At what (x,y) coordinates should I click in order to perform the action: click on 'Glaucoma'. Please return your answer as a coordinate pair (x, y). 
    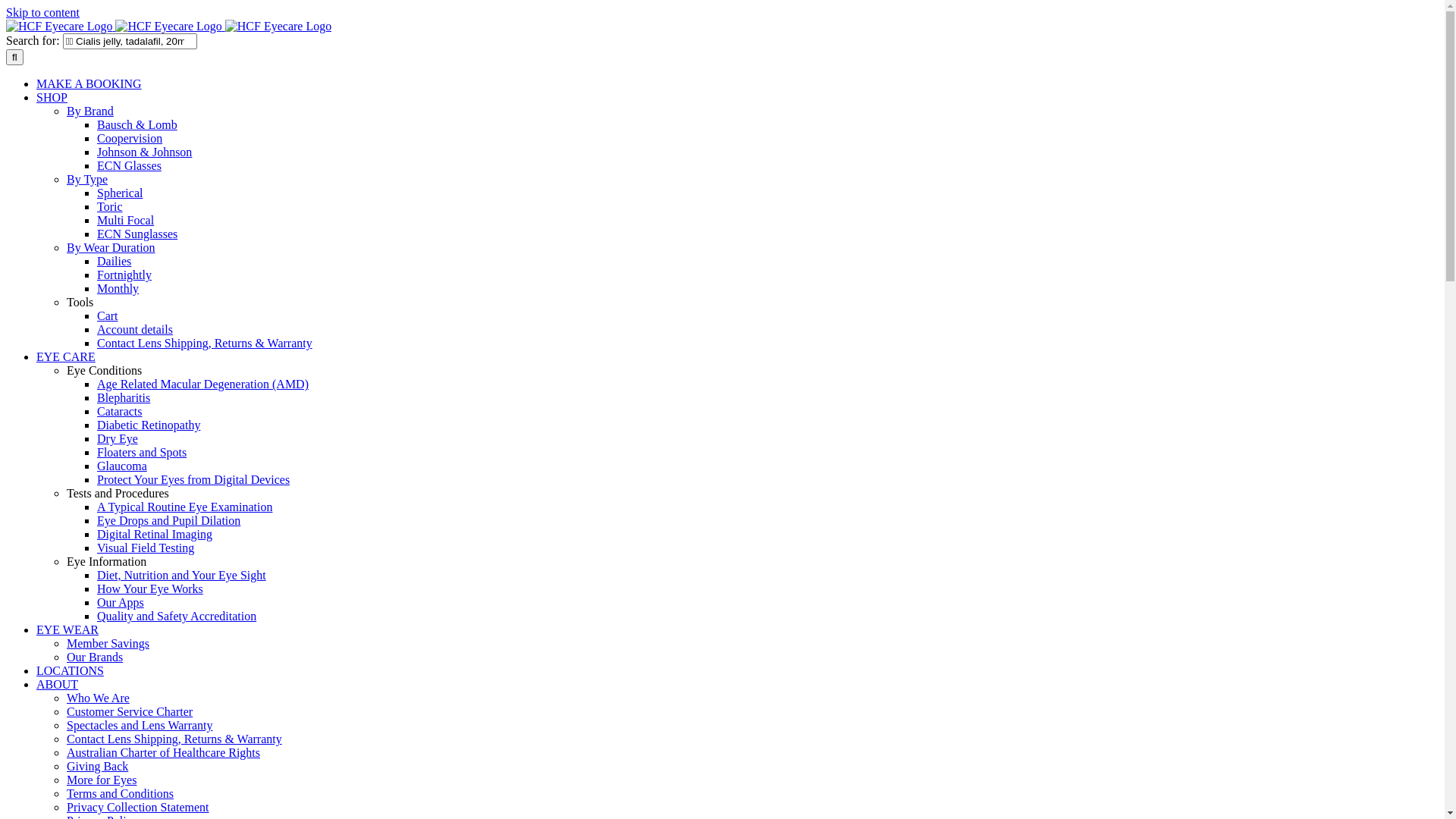
    Looking at the image, I should click on (122, 465).